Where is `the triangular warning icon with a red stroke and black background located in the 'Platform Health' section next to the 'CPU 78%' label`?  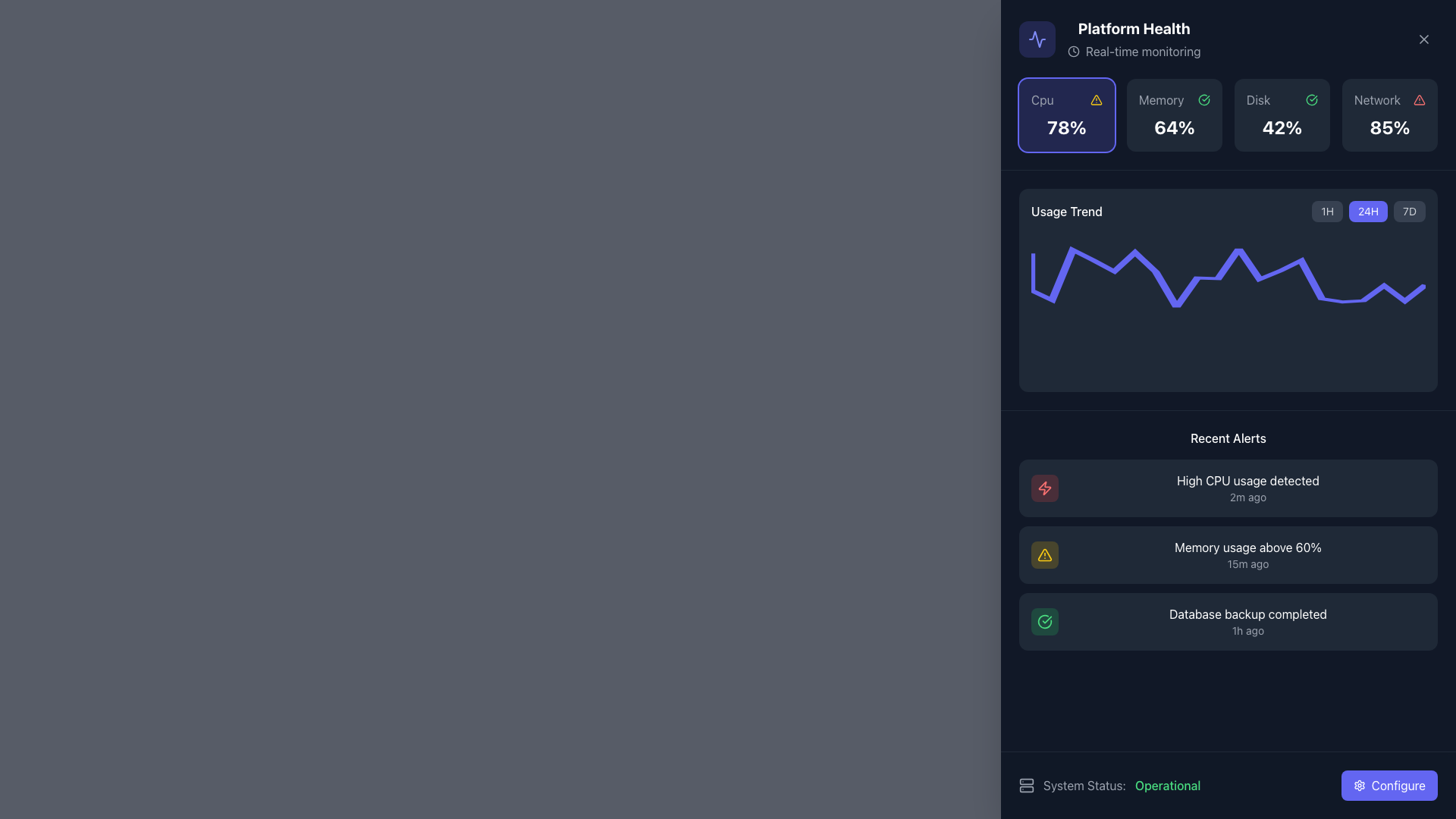 the triangular warning icon with a red stroke and black background located in the 'Platform Health' section next to the 'CPU 78%' label is located at coordinates (1419, 99).